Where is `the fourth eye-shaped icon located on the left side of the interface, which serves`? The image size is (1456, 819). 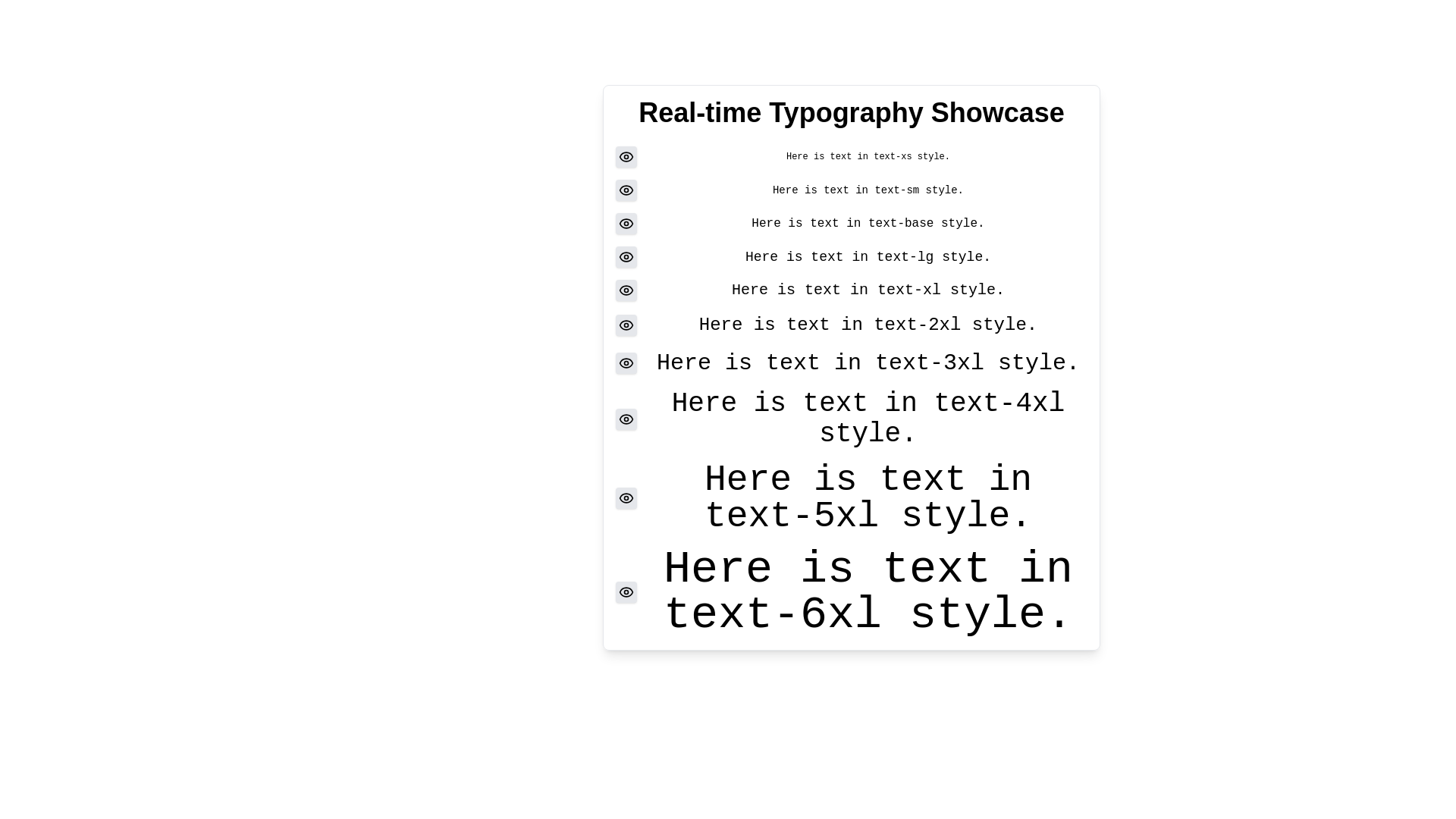 the fourth eye-shaped icon located on the left side of the interface, which serves is located at coordinates (626, 290).